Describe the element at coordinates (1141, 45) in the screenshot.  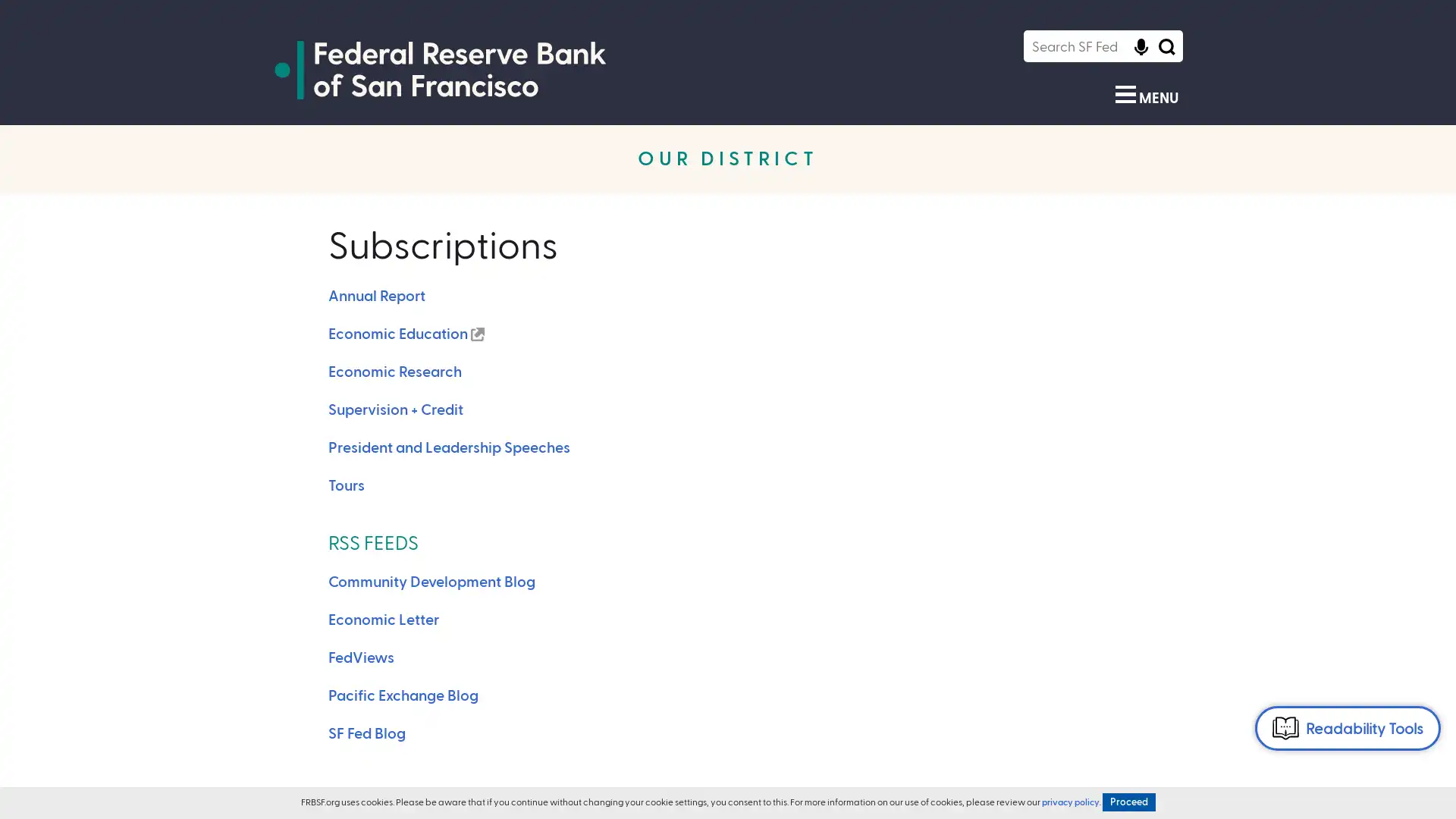
I see `Click to start voice recognition Click to start voice recognition of search query` at that location.